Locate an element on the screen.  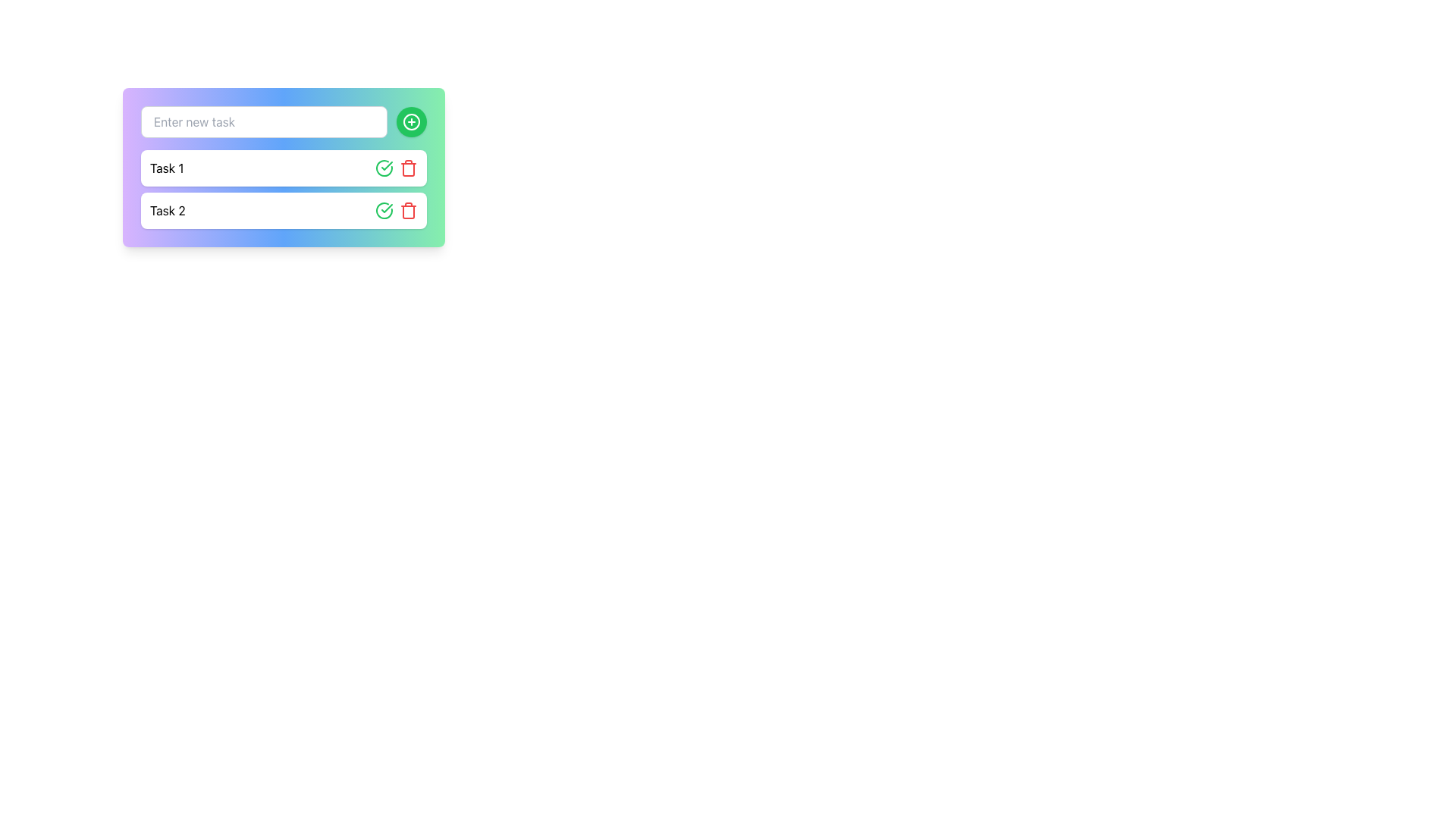
on the 'Task 2' text label is located at coordinates (167, 210).